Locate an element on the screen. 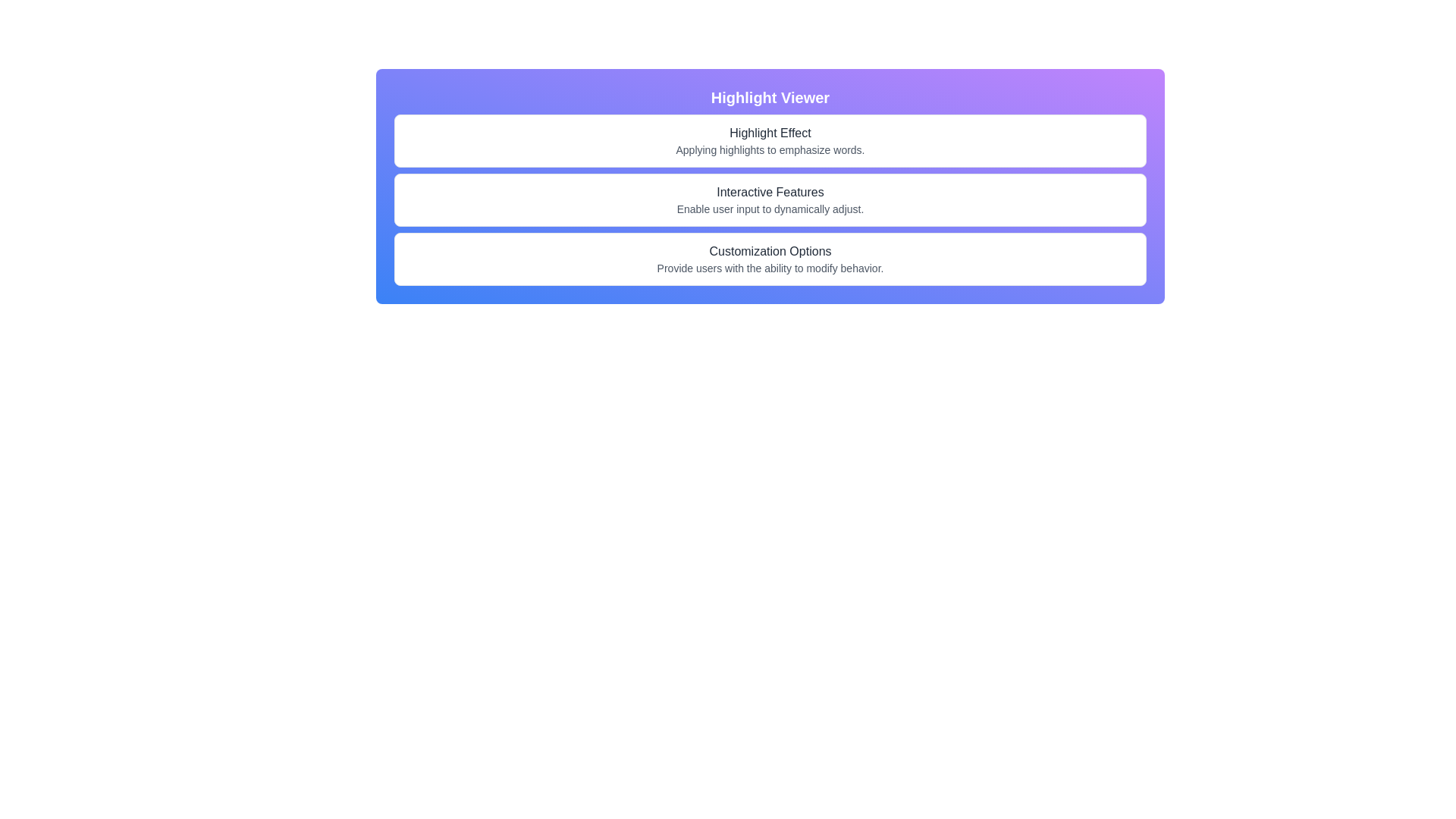 Image resolution: width=1456 pixels, height=819 pixels. the character 'u' in the word 'Features', which is part of the textual label providing descriptive information about interactive features, located below the header 'Highlight Viewer' is located at coordinates (803, 191).